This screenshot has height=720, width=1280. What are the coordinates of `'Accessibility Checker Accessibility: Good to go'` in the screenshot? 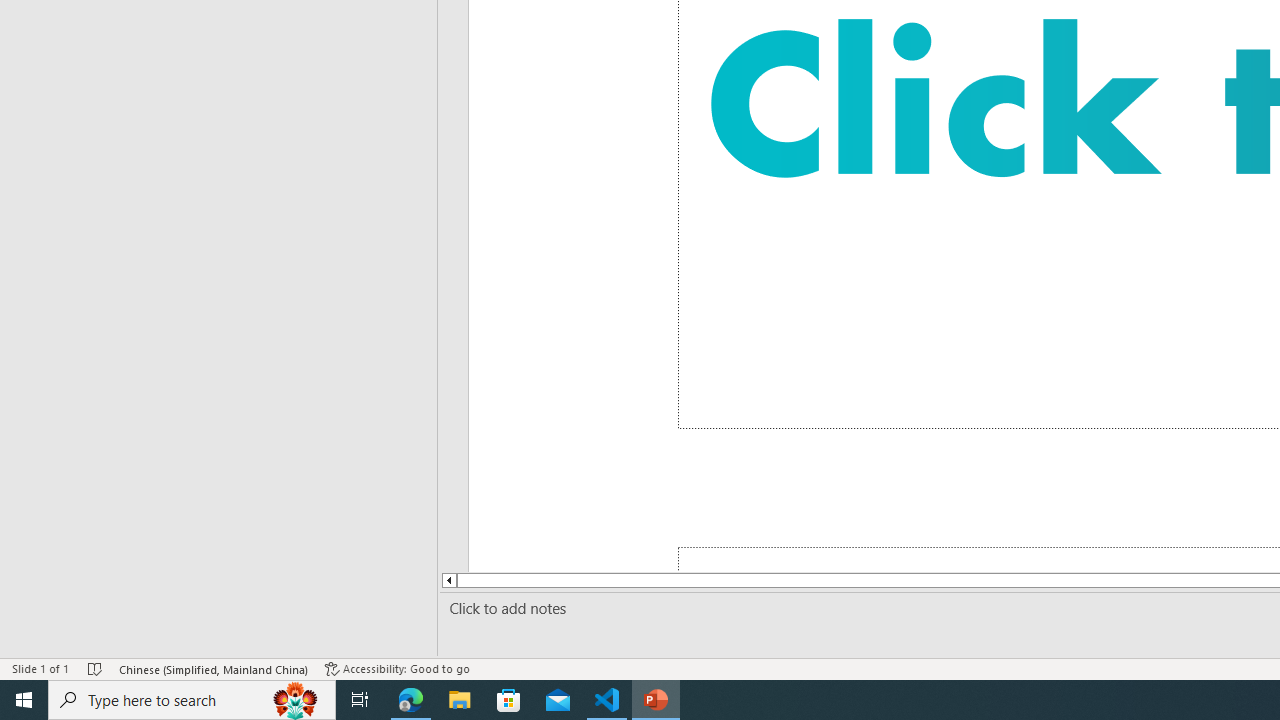 It's located at (397, 669).